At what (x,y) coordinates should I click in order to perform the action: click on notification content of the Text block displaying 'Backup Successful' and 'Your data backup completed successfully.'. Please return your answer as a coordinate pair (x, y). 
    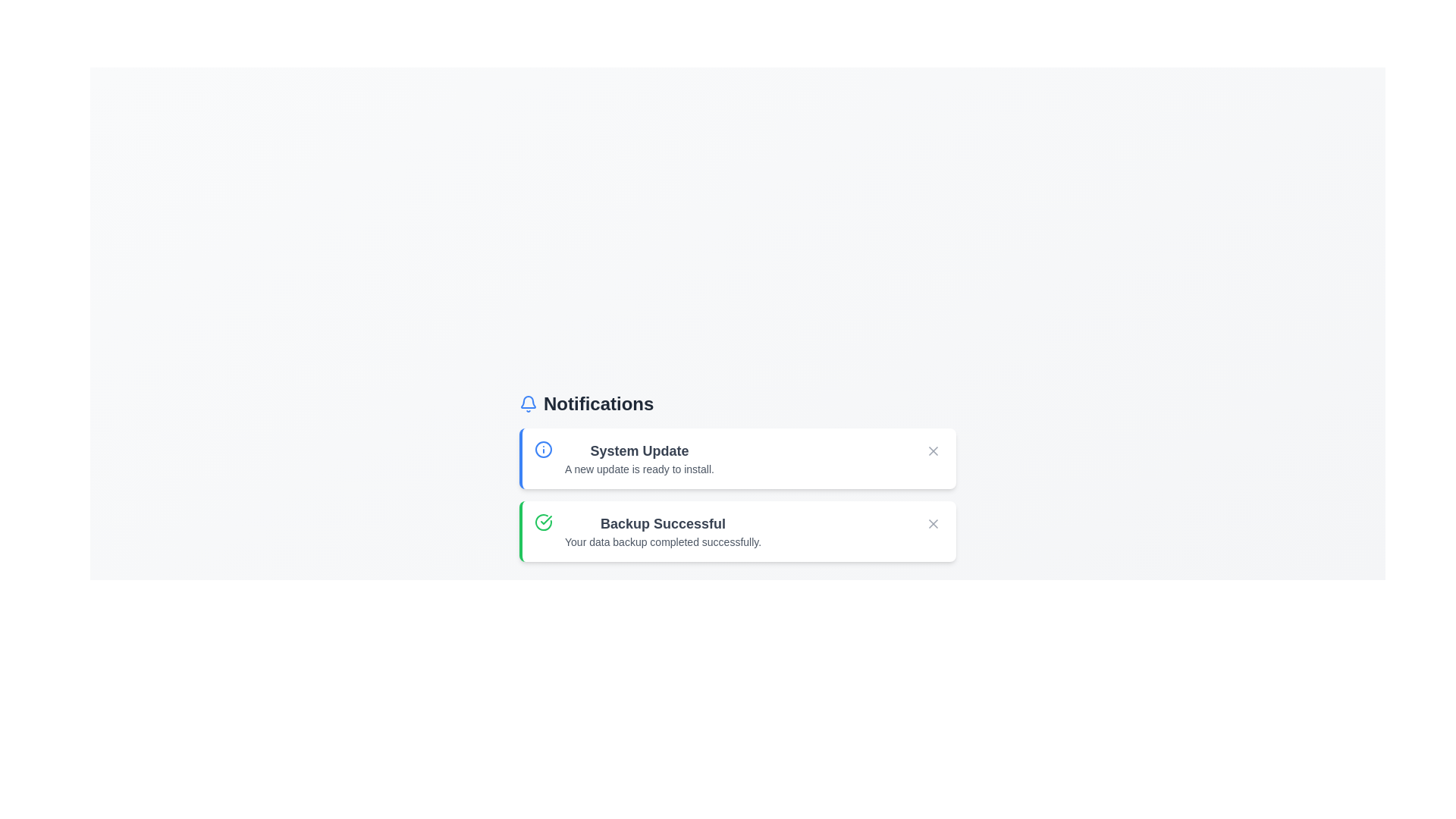
    Looking at the image, I should click on (663, 531).